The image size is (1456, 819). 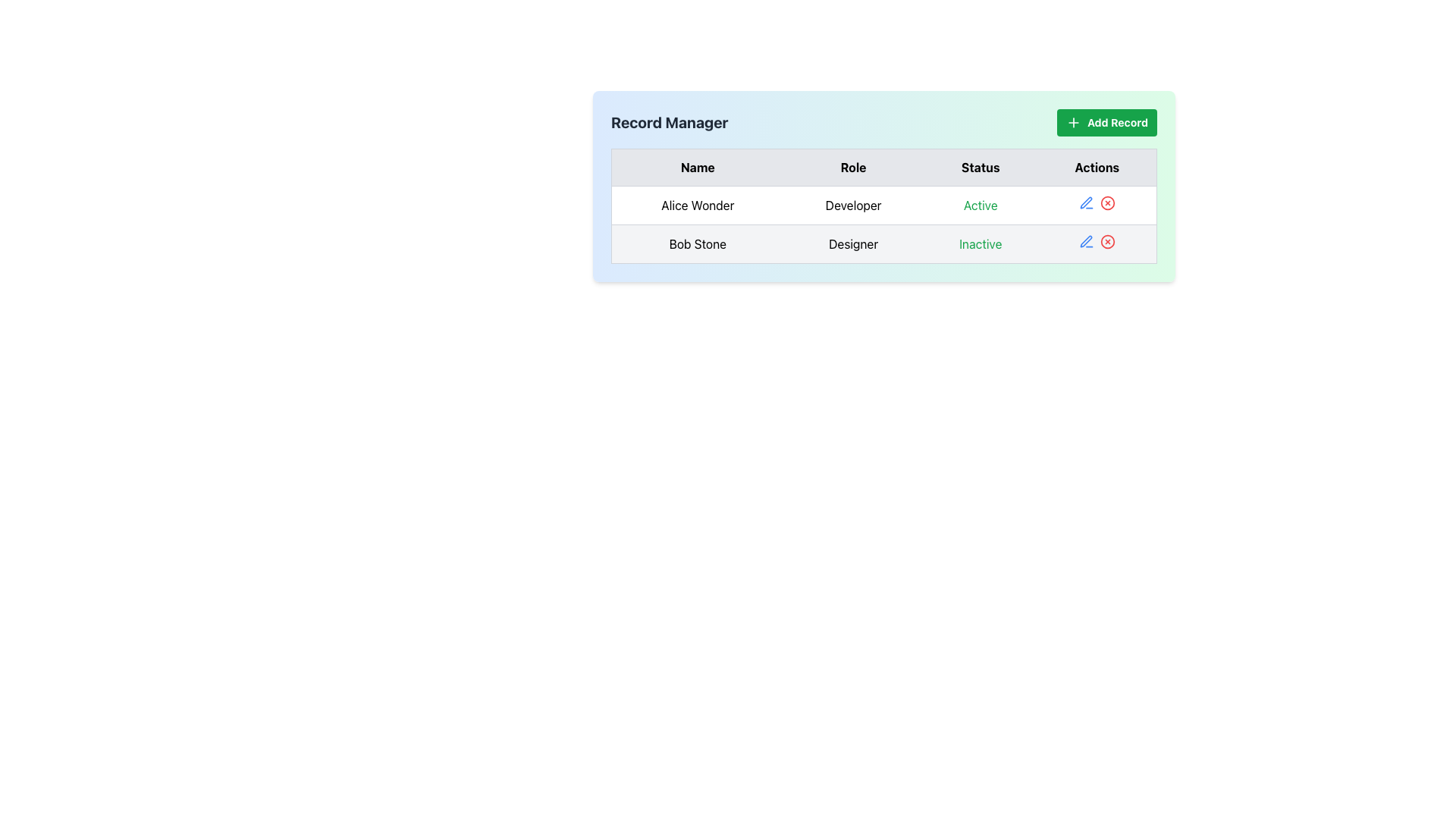 What do you see at coordinates (853, 167) in the screenshot?
I see `the 'Role' text label, which is a rectangular box with a gray background and bold black text, located in the second column of a table under 'Record Manager'` at bounding box center [853, 167].